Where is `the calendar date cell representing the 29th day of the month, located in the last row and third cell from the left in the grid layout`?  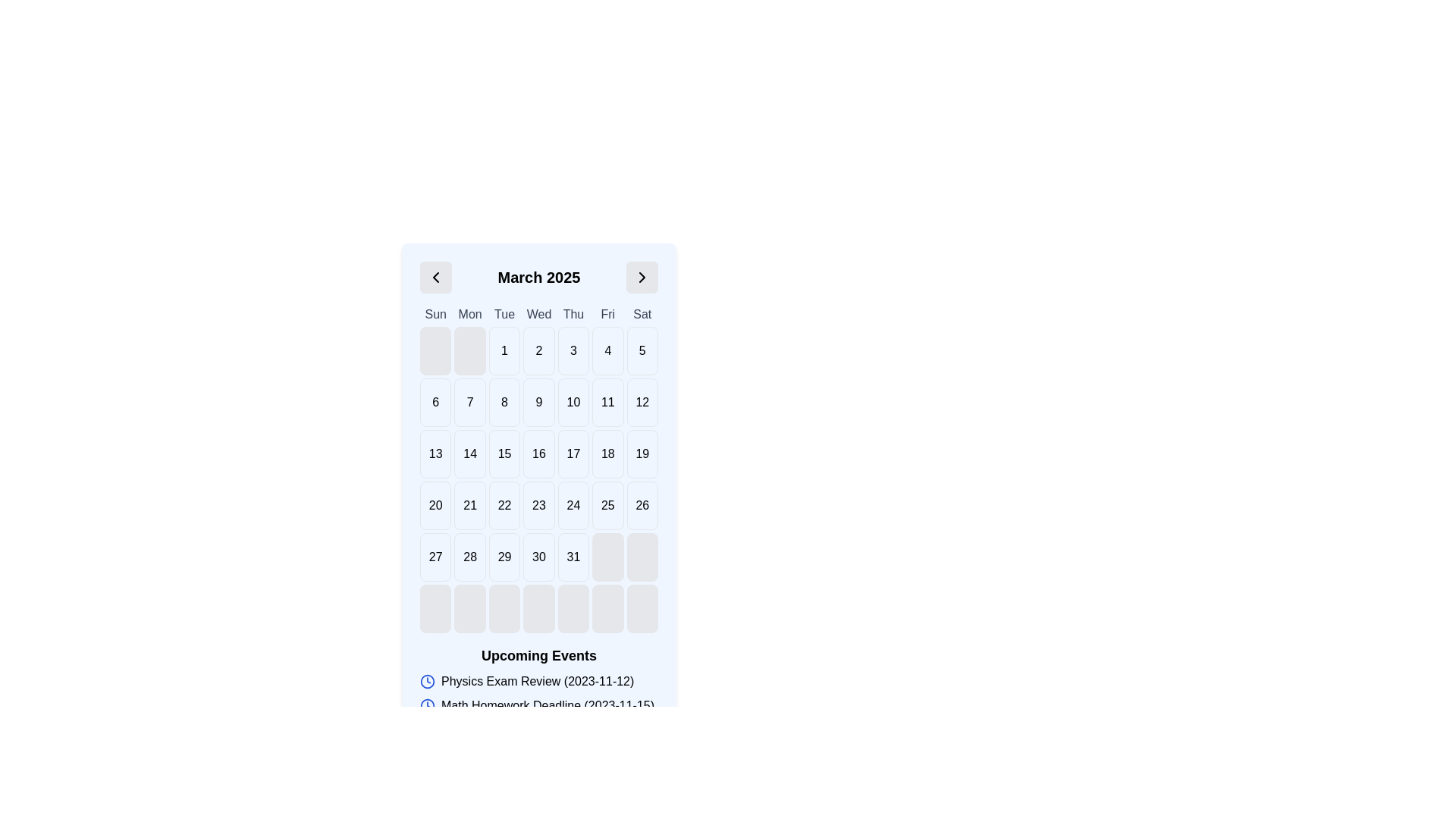 the calendar date cell representing the 29th day of the month, located in the last row and third cell from the left in the grid layout is located at coordinates (504, 557).